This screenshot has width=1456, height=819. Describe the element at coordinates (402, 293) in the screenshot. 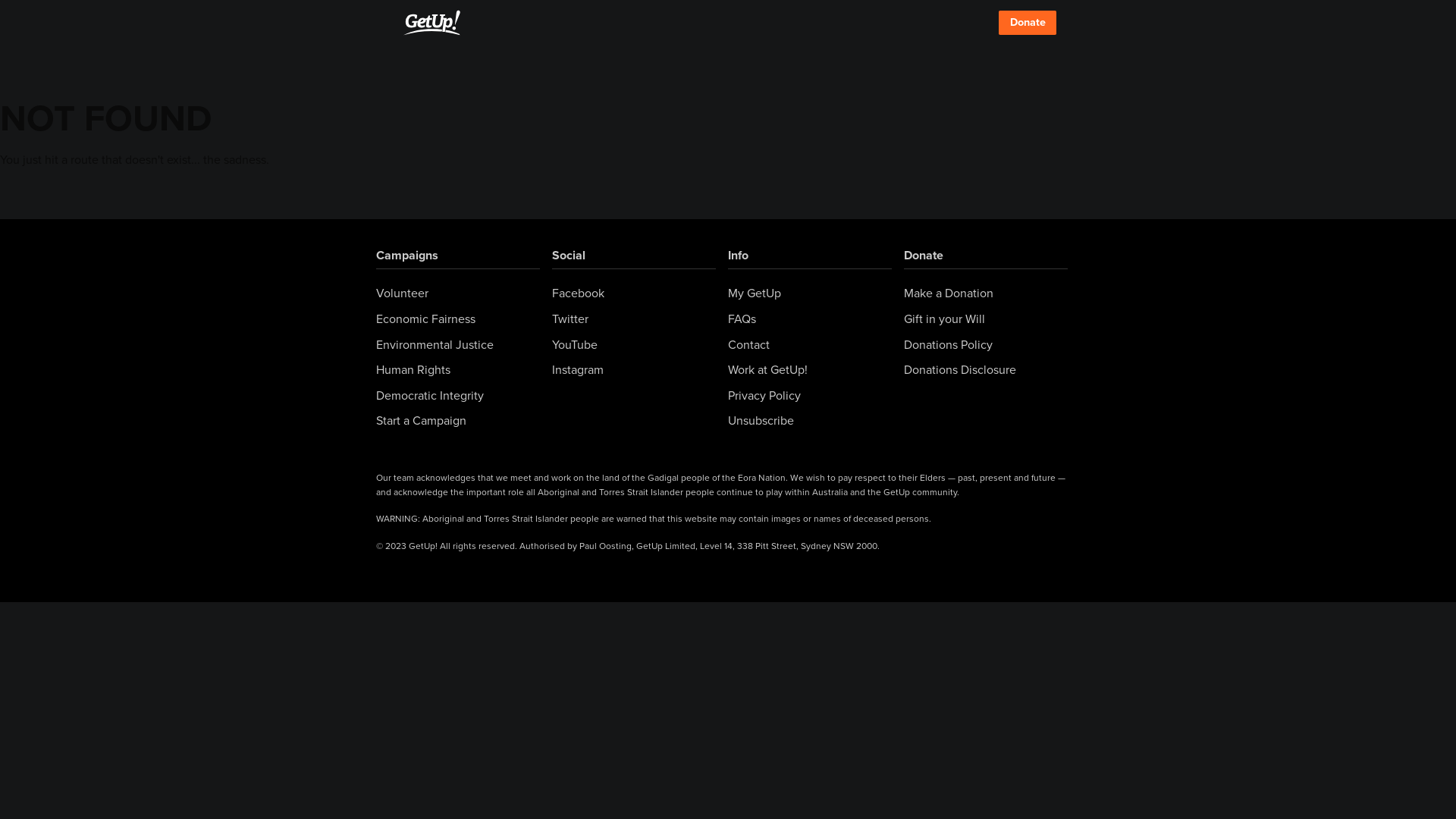

I see `'Volunteer'` at that location.